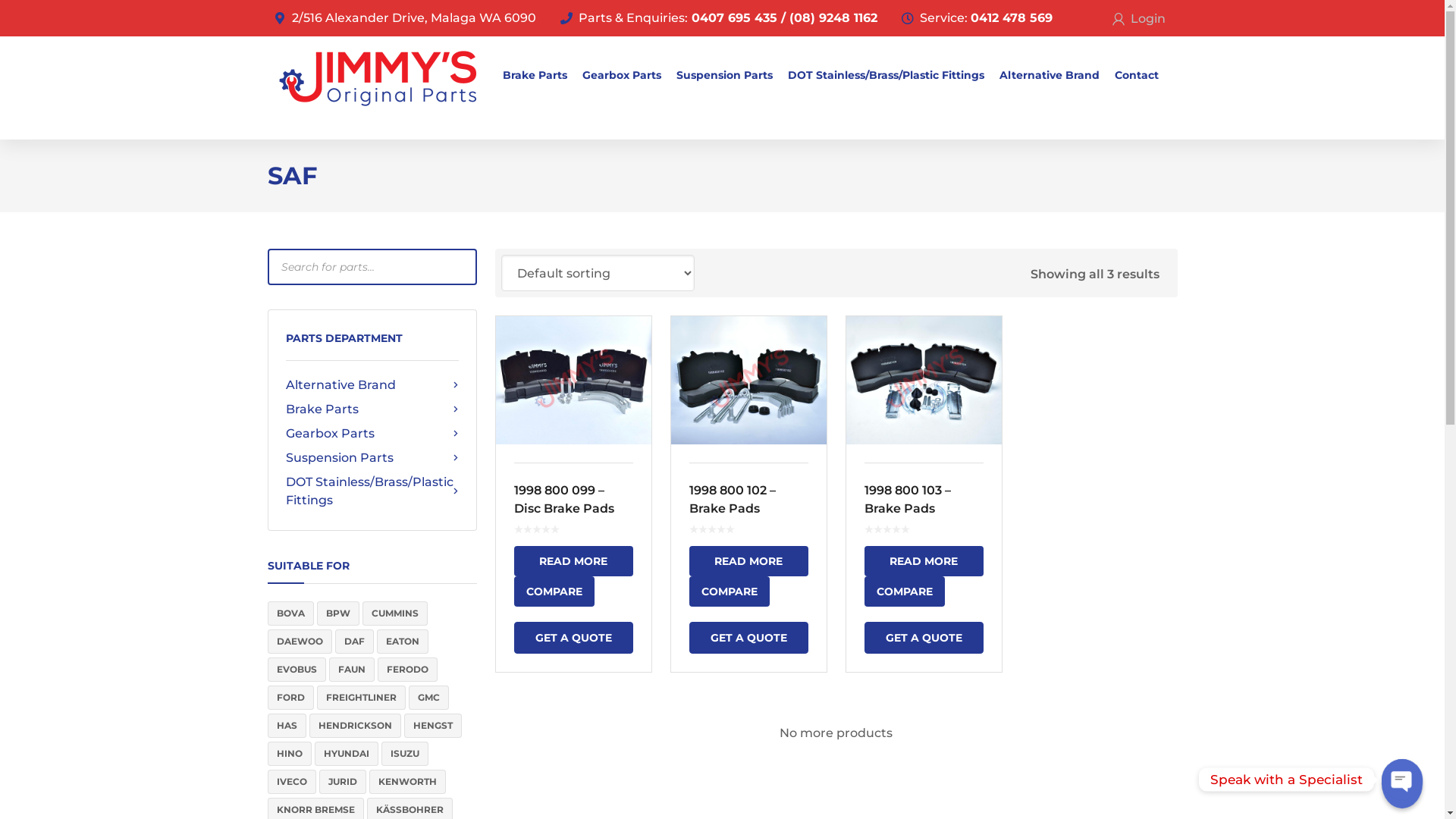 The image size is (1456, 819). I want to click on 'Contact', so click(1136, 75).